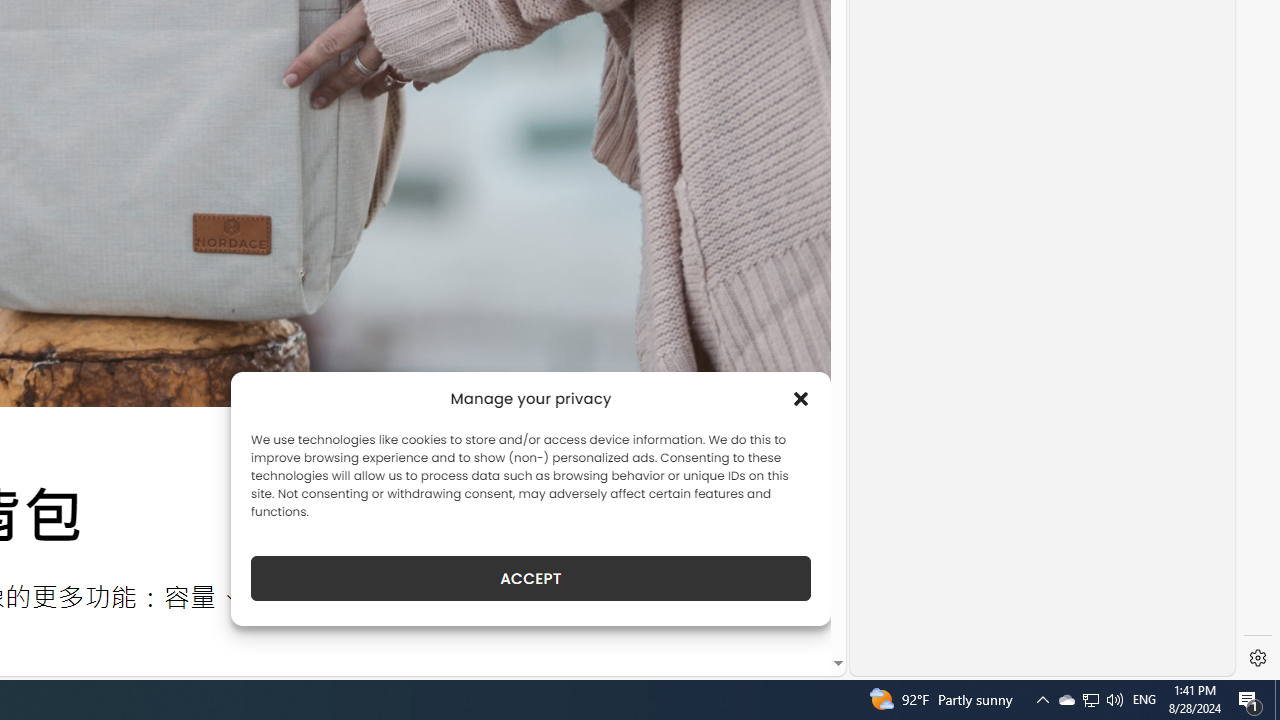  Describe the element at coordinates (531, 578) in the screenshot. I see `'ACCEPT'` at that location.